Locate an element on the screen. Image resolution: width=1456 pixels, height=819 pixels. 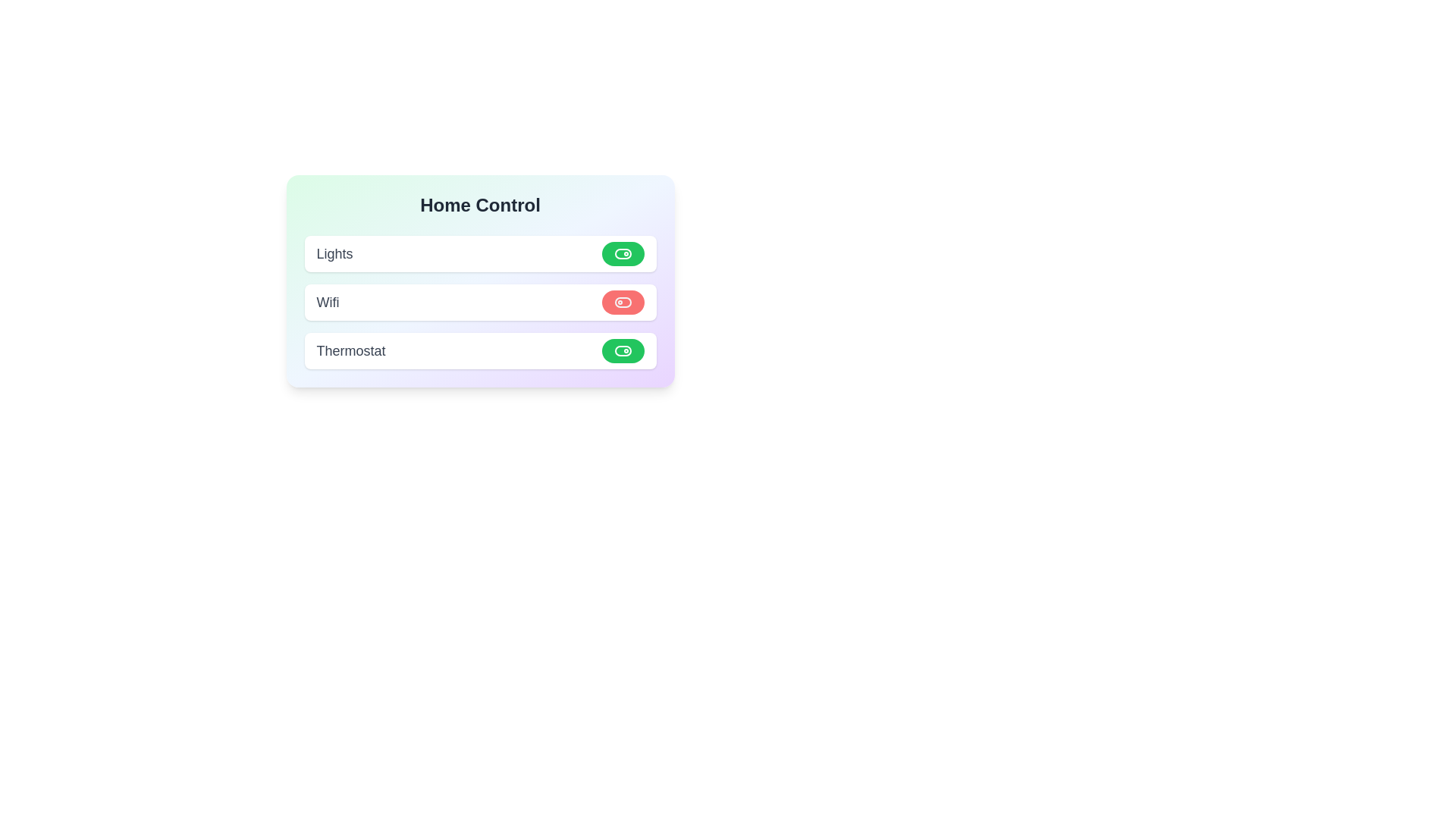
the toggle switch for Wifi, which is styled with a red background and has a circular marker on the left side, to potentially reveal a tooltip or effects is located at coordinates (623, 302).